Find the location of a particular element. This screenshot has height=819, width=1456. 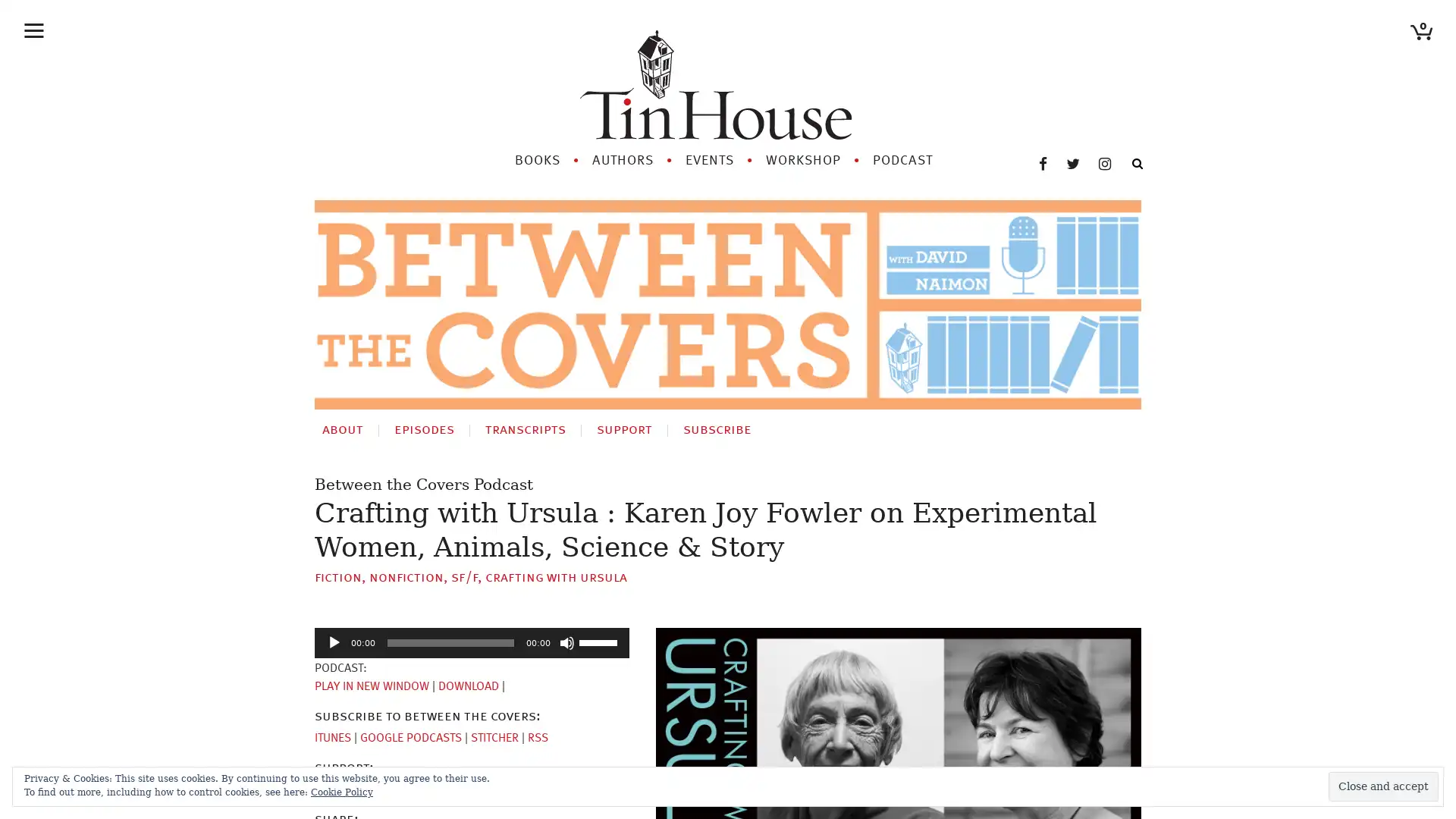

Mute is located at coordinates (566, 642).